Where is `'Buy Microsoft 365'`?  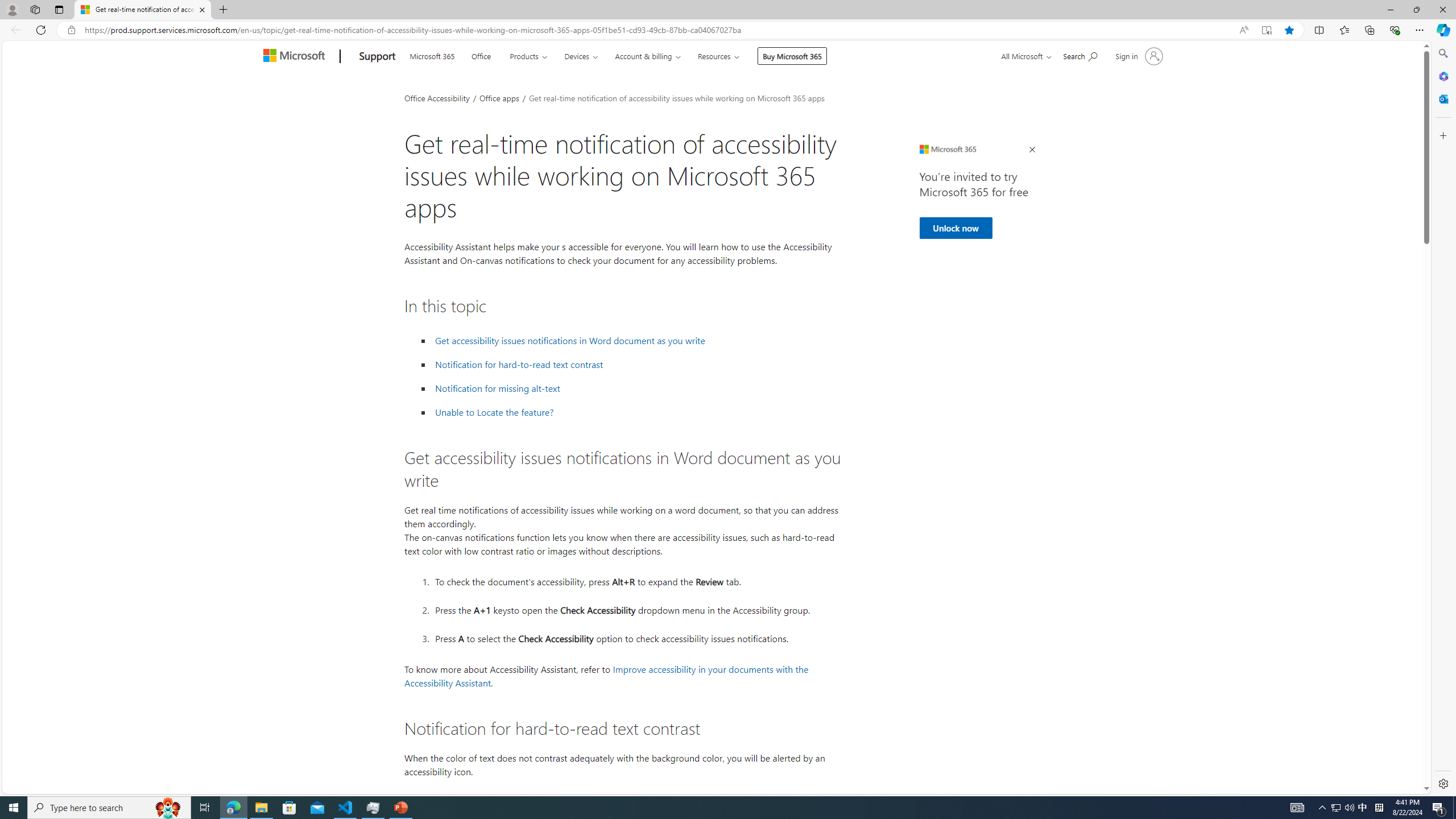 'Buy Microsoft 365' is located at coordinates (791, 55).